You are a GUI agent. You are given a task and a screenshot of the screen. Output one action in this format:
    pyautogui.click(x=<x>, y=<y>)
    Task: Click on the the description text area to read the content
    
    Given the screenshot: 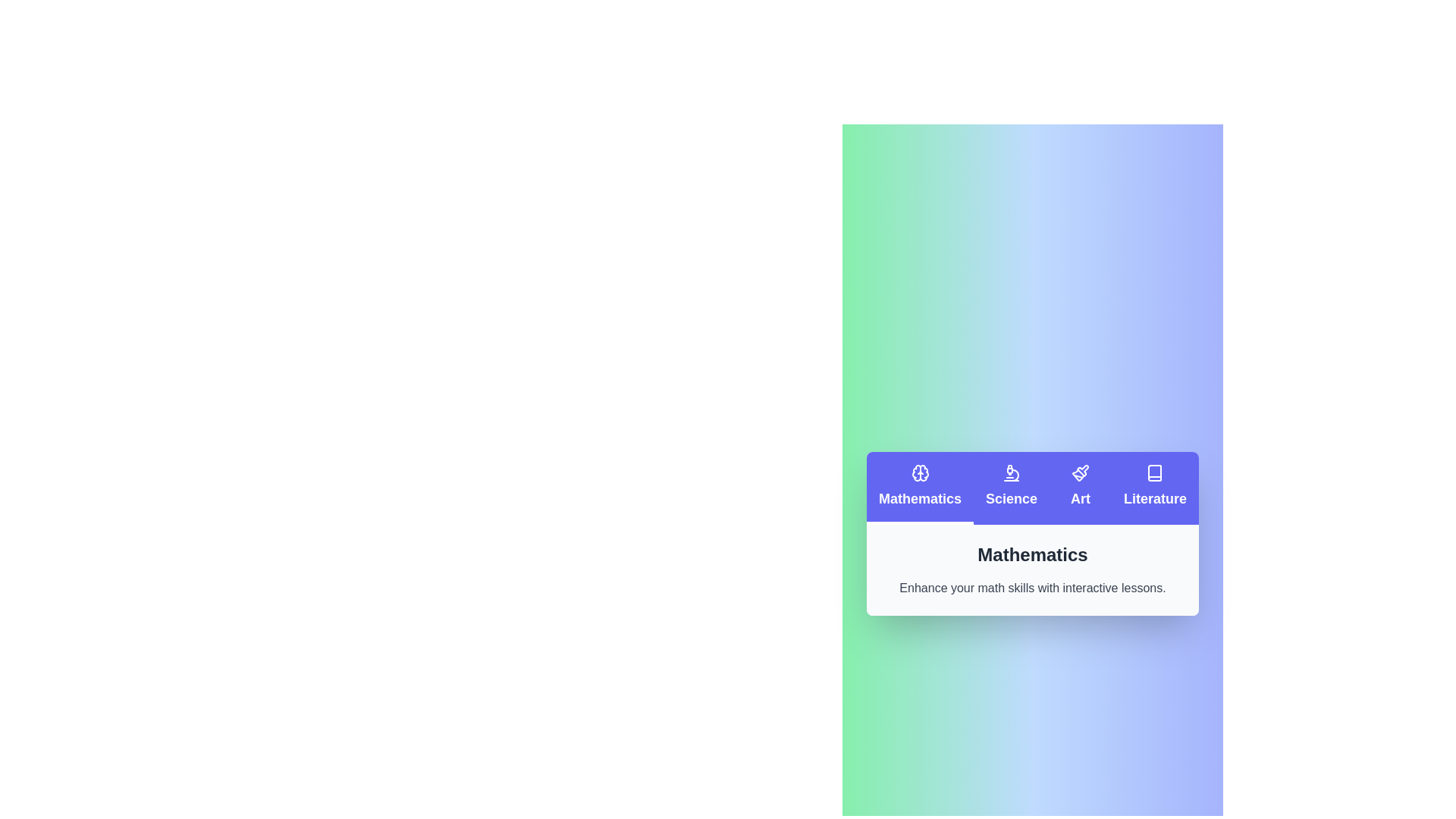 What is the action you would take?
    pyautogui.click(x=1032, y=570)
    